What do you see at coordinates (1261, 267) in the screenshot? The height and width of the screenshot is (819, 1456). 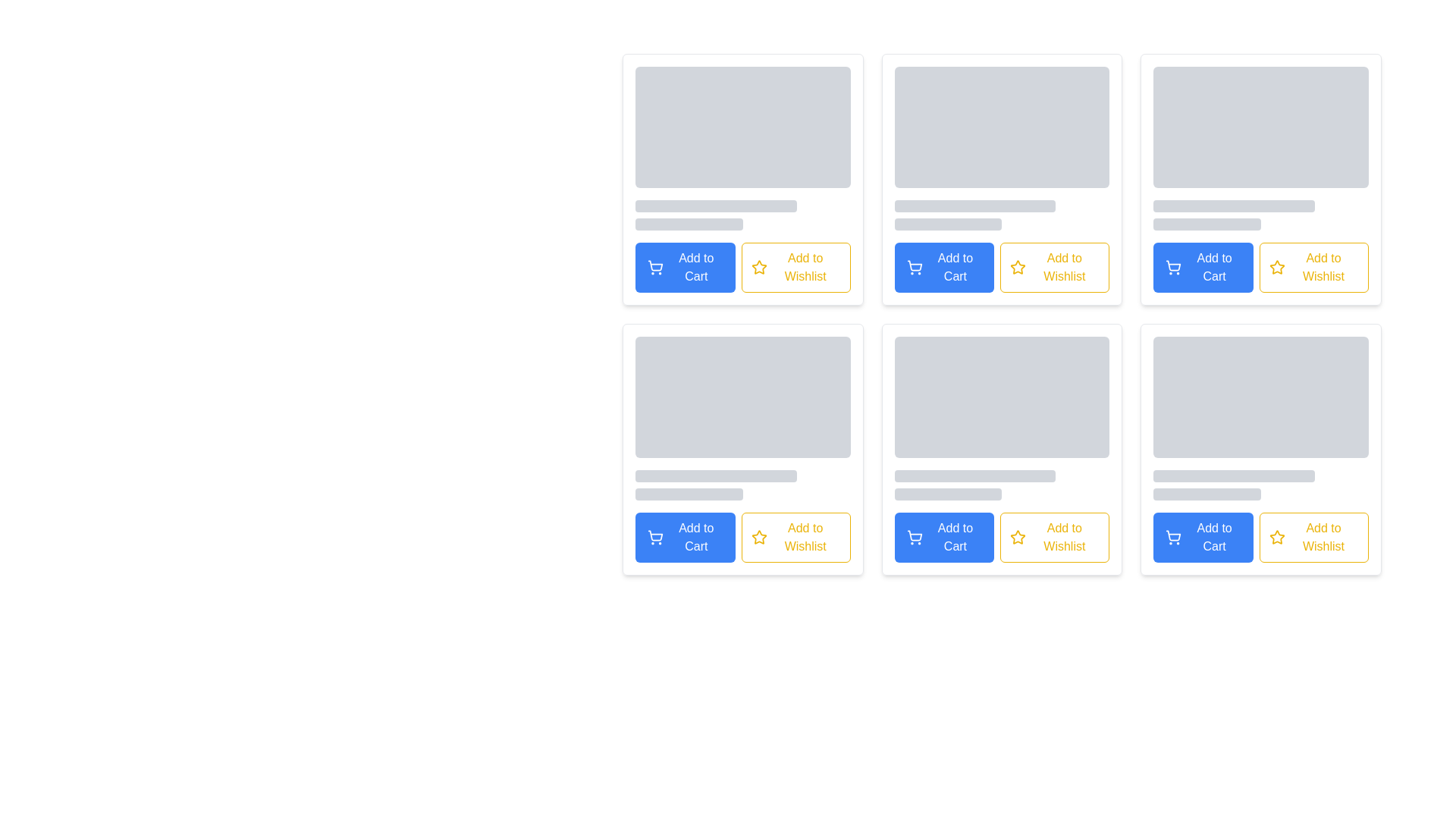 I see `the 'Add to Cart' and 'Add to Wishlist' buttons in the group` at bounding box center [1261, 267].